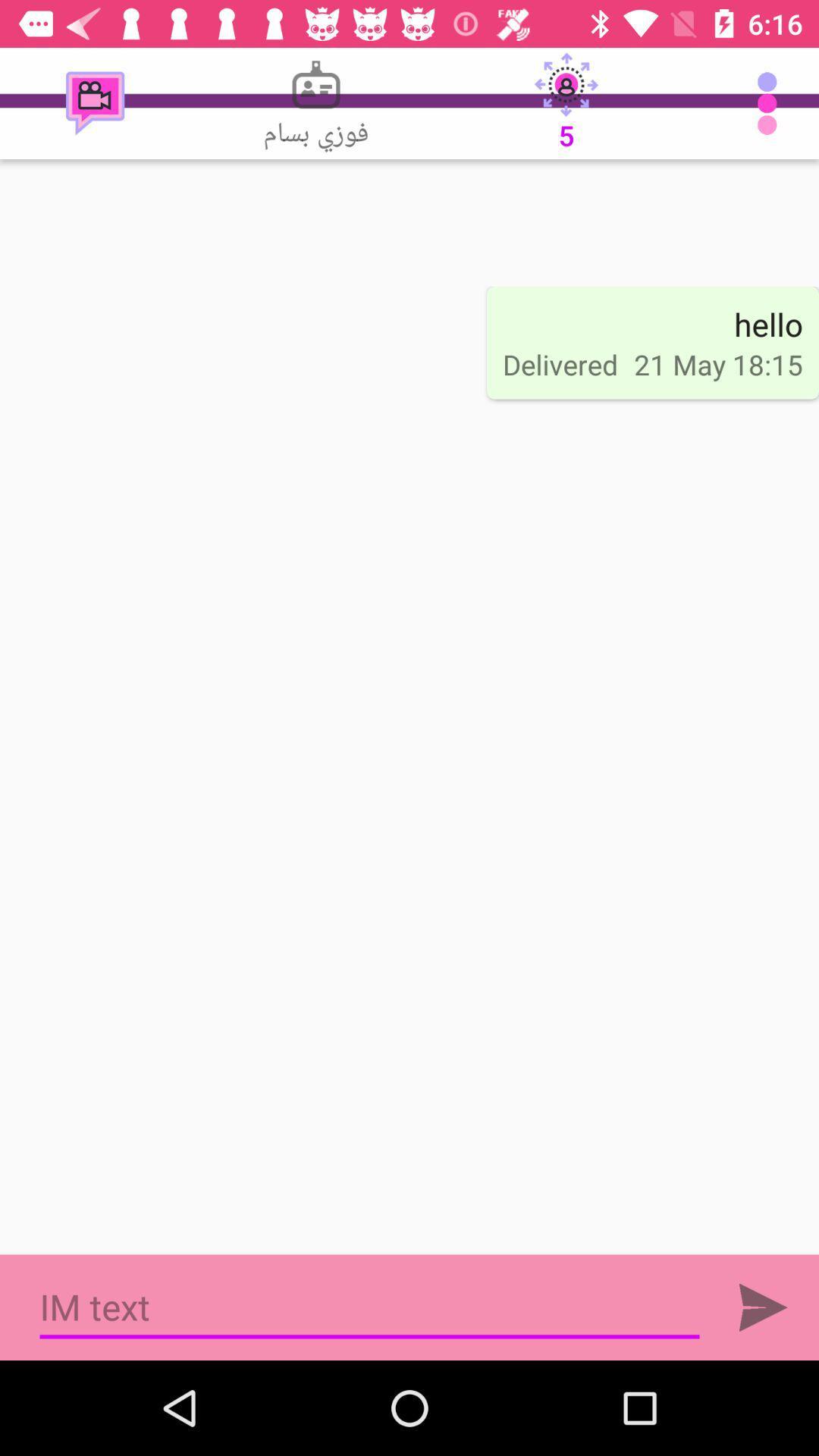  I want to click on item to the left of the 21 may 18, so click(560, 364).